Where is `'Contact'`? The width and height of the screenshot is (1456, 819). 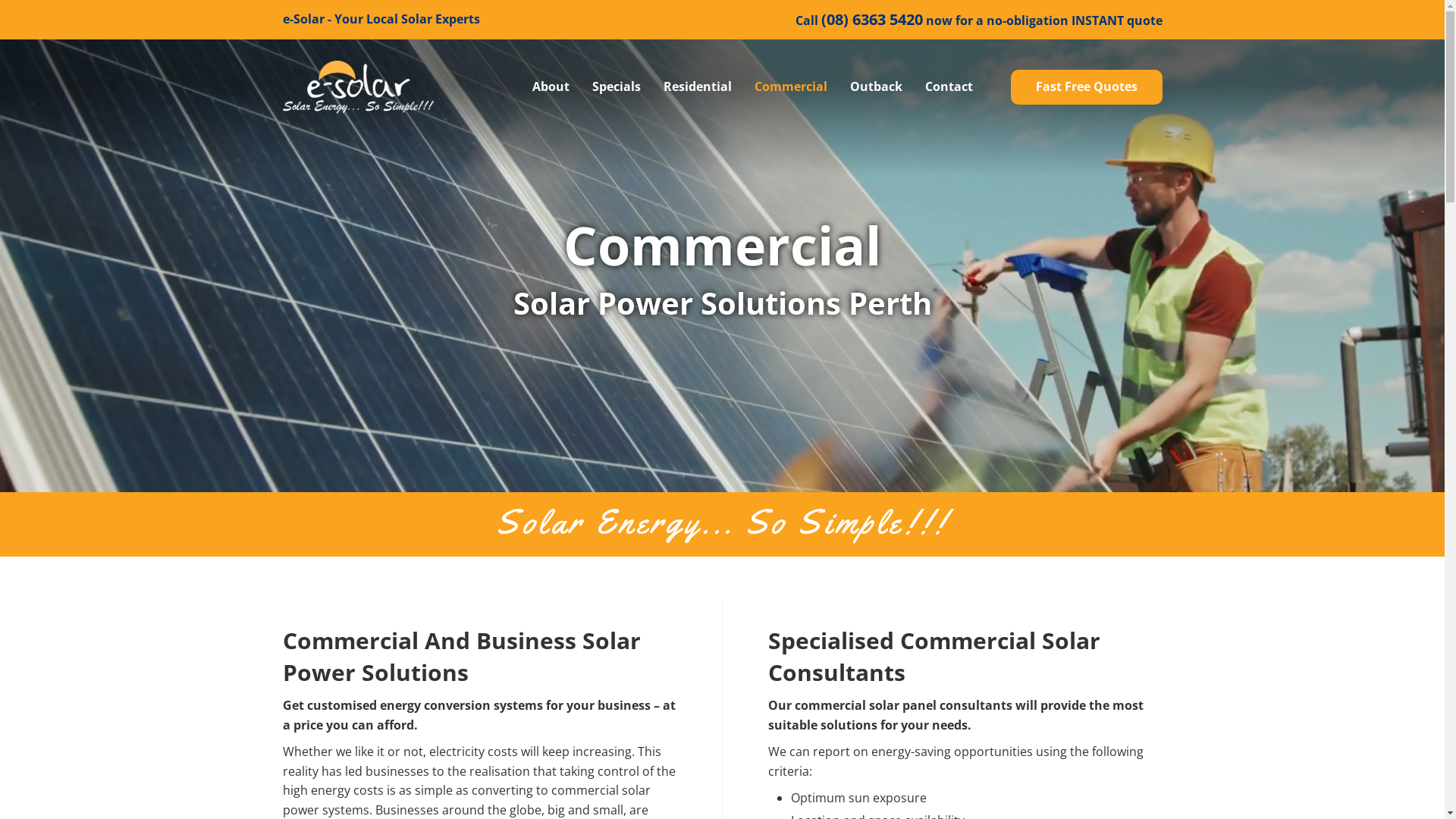 'Contact' is located at coordinates (948, 87).